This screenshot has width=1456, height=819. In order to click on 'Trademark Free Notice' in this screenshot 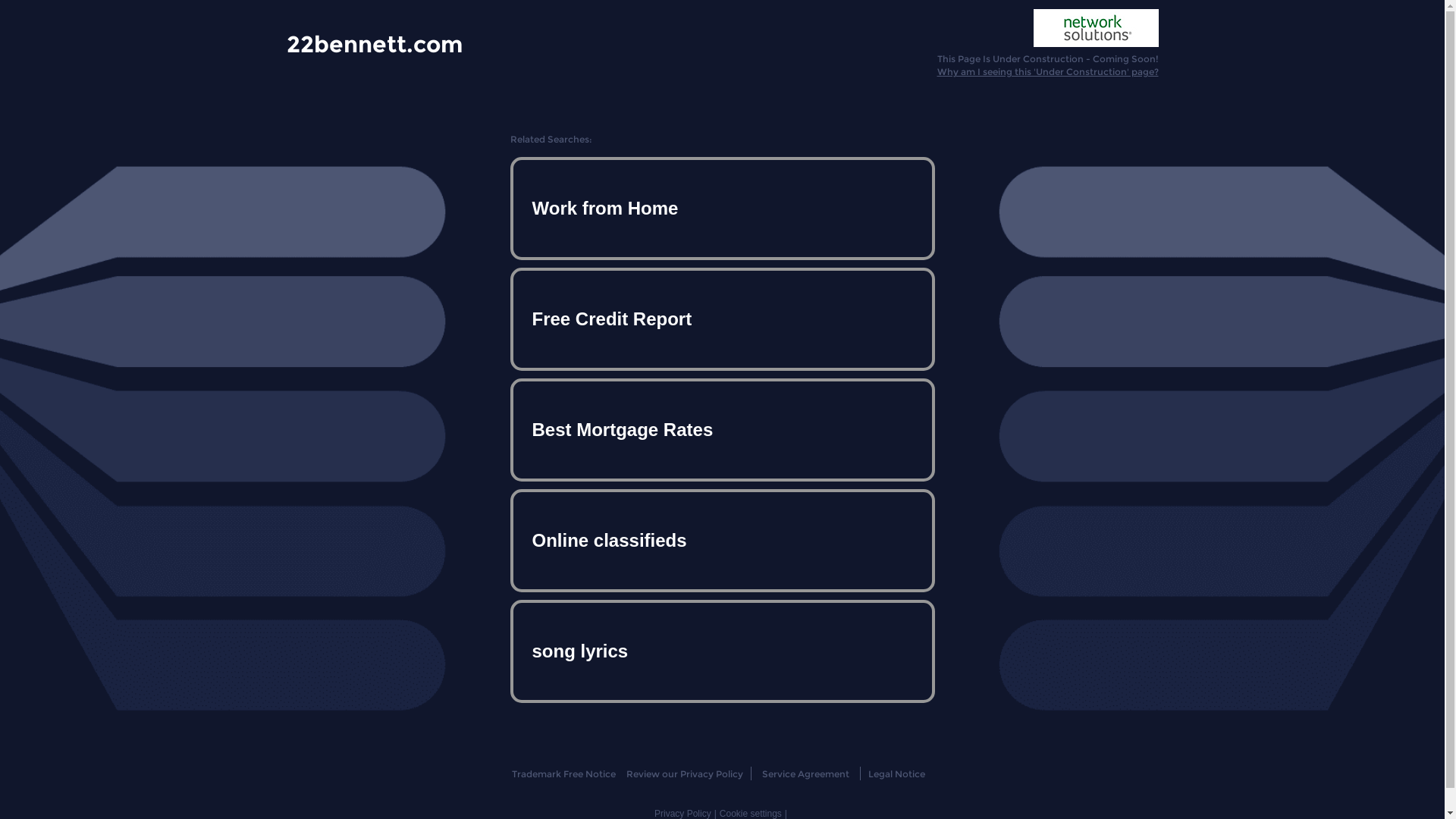, I will do `click(512, 773)`.